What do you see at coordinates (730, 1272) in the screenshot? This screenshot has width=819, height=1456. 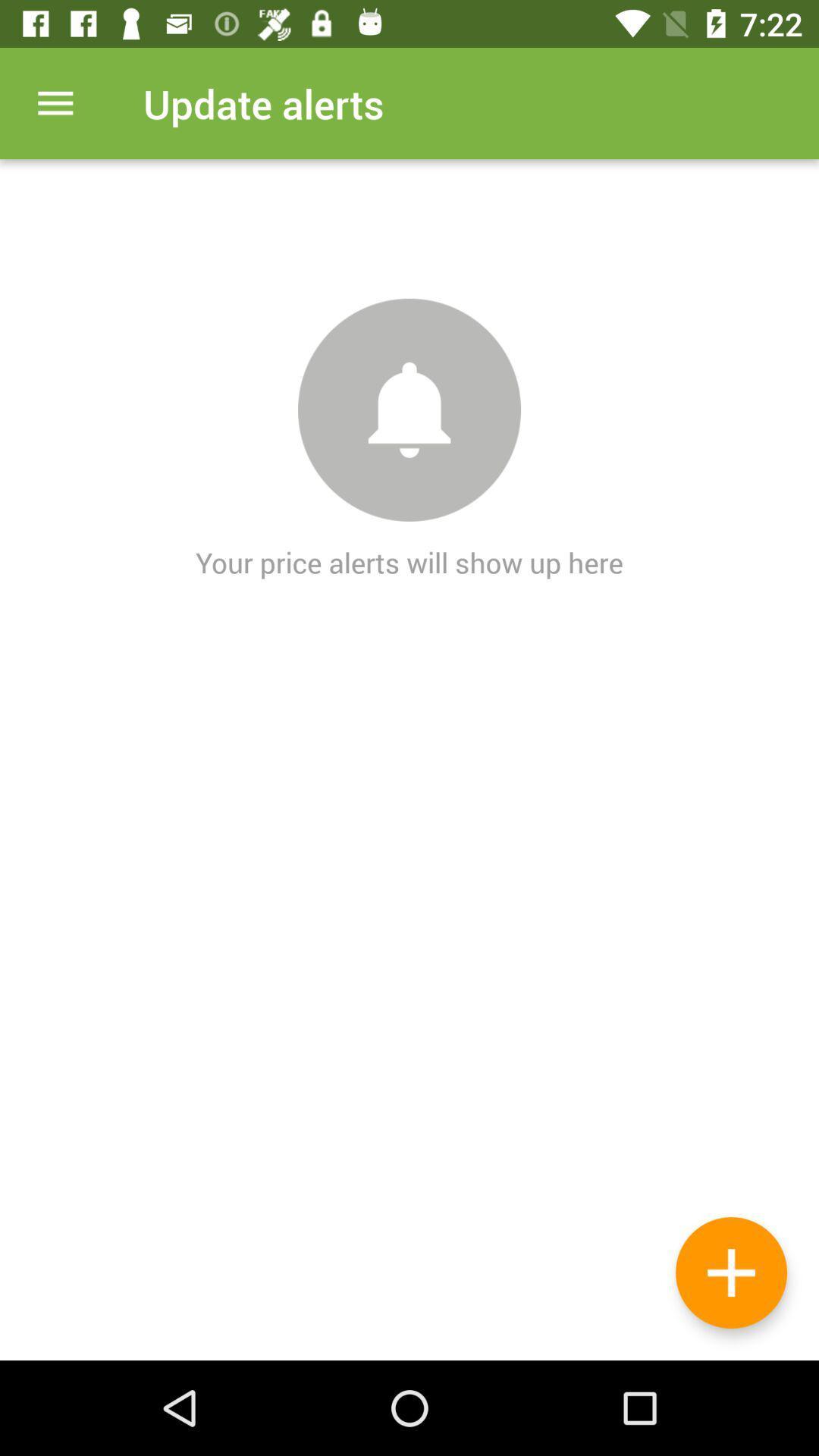 I see `the icon below the update alerts` at bounding box center [730, 1272].